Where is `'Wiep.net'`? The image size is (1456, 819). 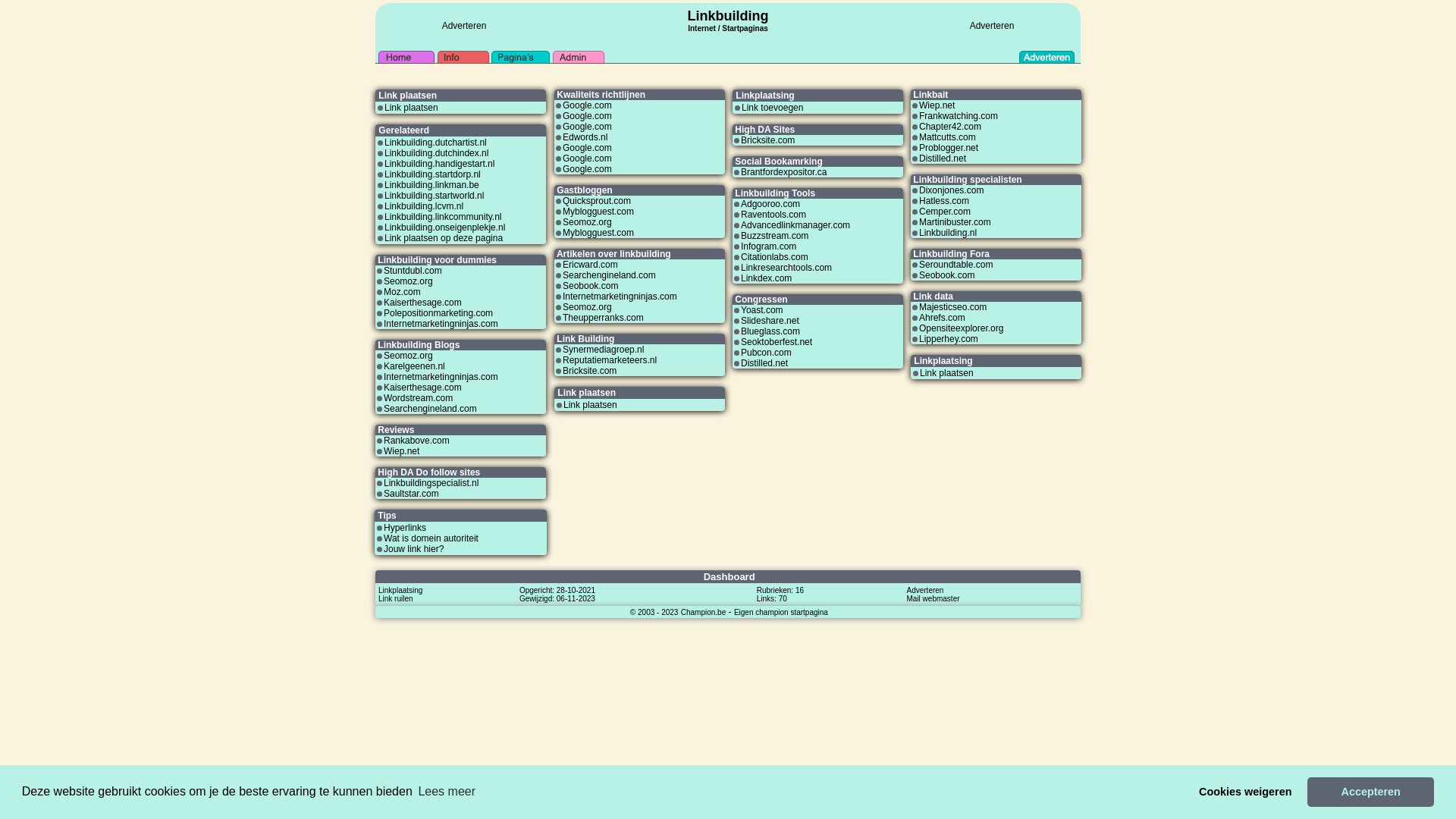
'Wiep.net' is located at coordinates (401, 450).